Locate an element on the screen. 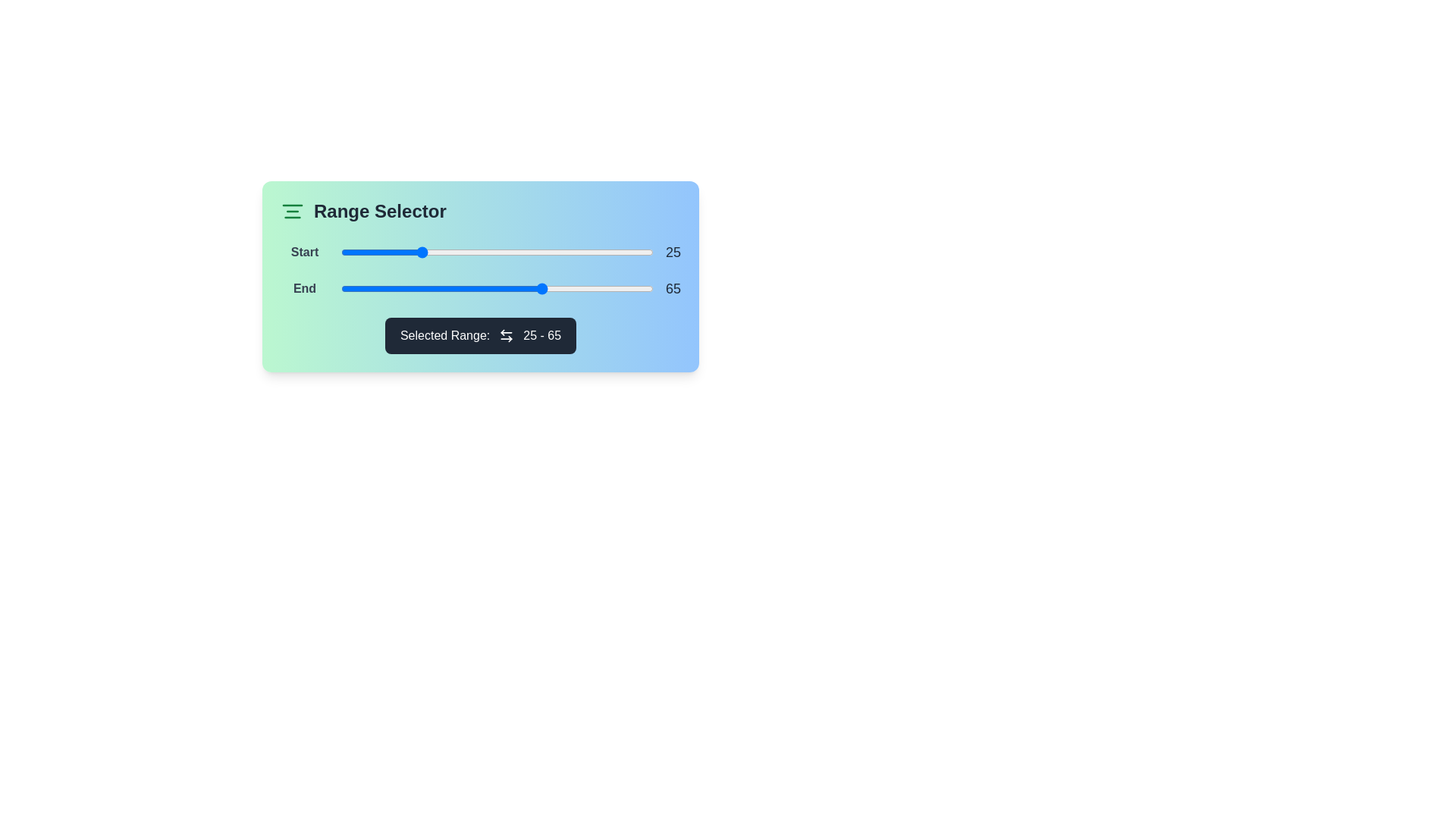  the end range slider to 86 by dragging it to the desired position is located at coordinates (610, 289).